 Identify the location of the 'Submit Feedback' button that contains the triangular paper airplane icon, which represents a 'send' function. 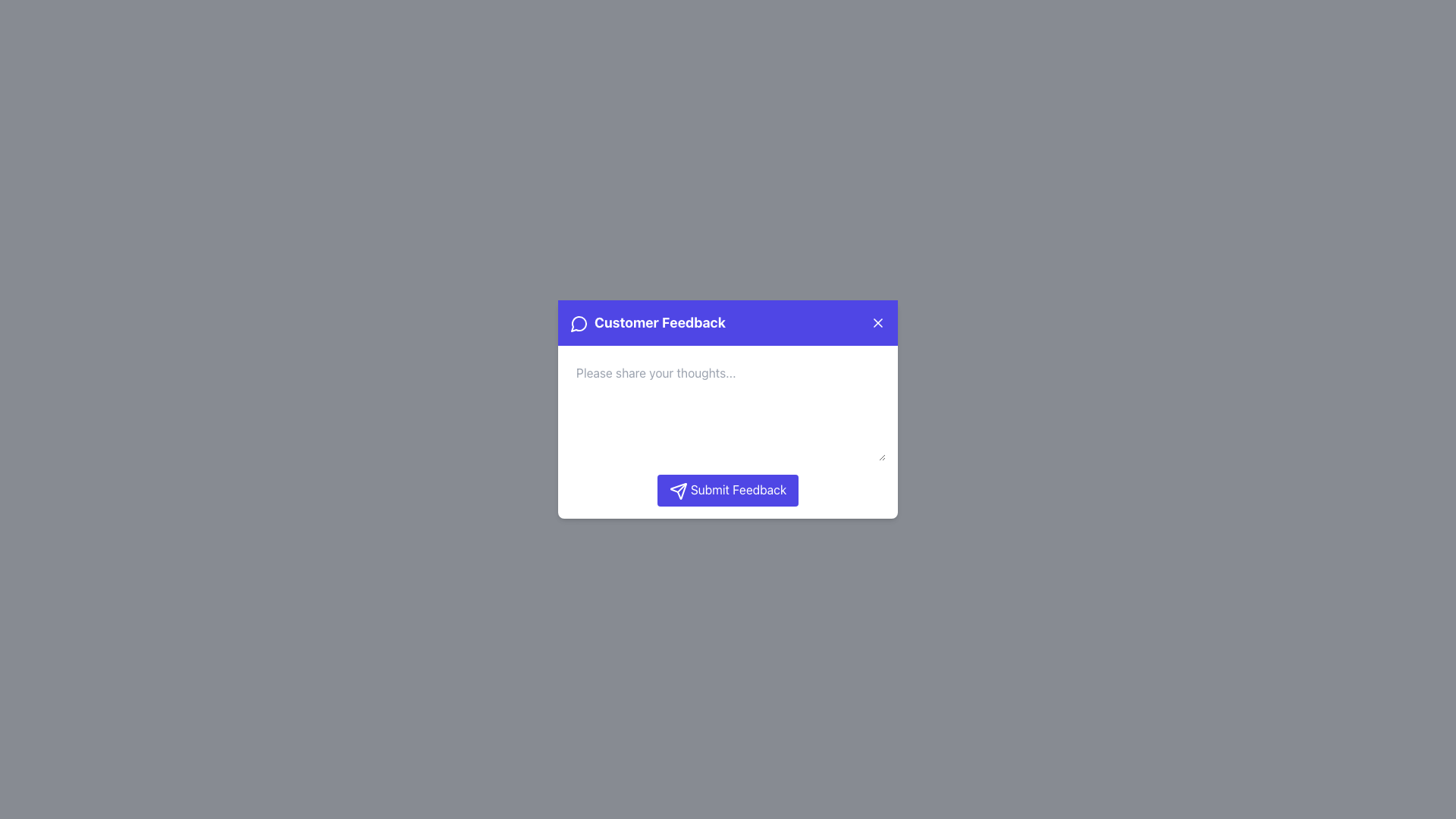
(677, 491).